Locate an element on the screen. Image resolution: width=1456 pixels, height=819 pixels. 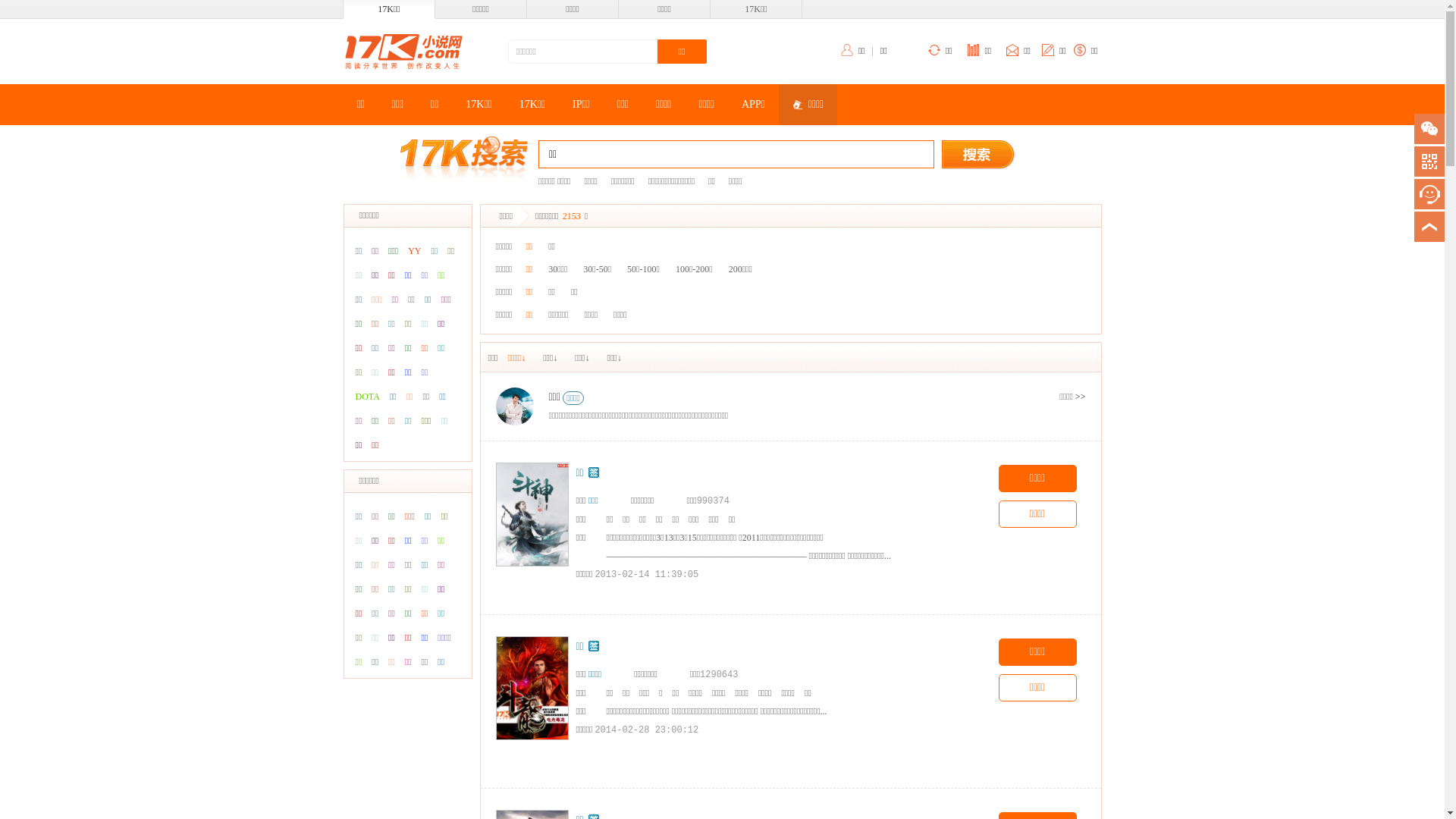
'YY' is located at coordinates (414, 250).